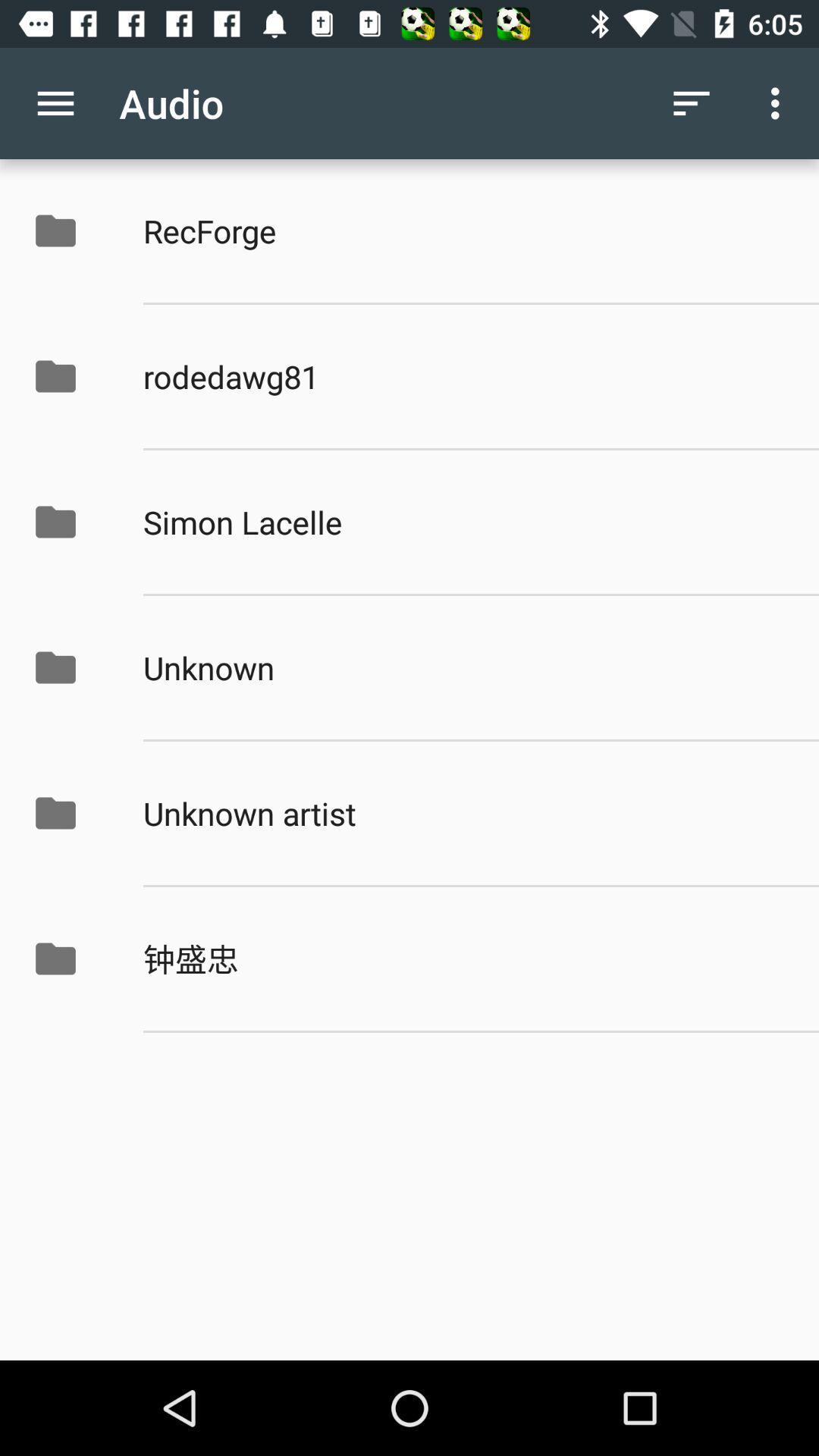 The height and width of the screenshot is (1456, 819). What do you see at coordinates (464, 522) in the screenshot?
I see `icon below the rodedawg81 icon` at bounding box center [464, 522].